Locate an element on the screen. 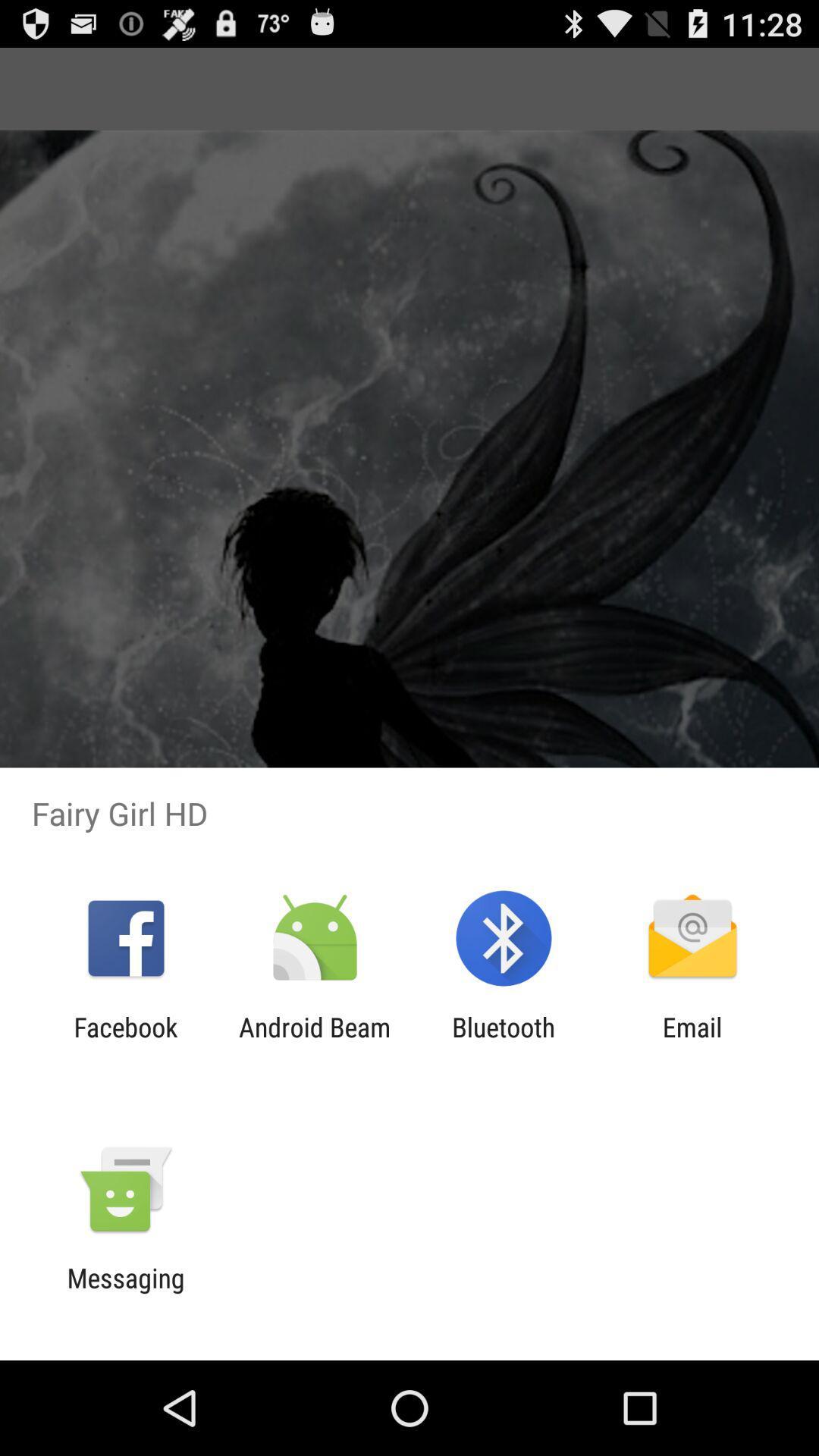 This screenshot has height=1456, width=819. android beam item is located at coordinates (314, 1042).